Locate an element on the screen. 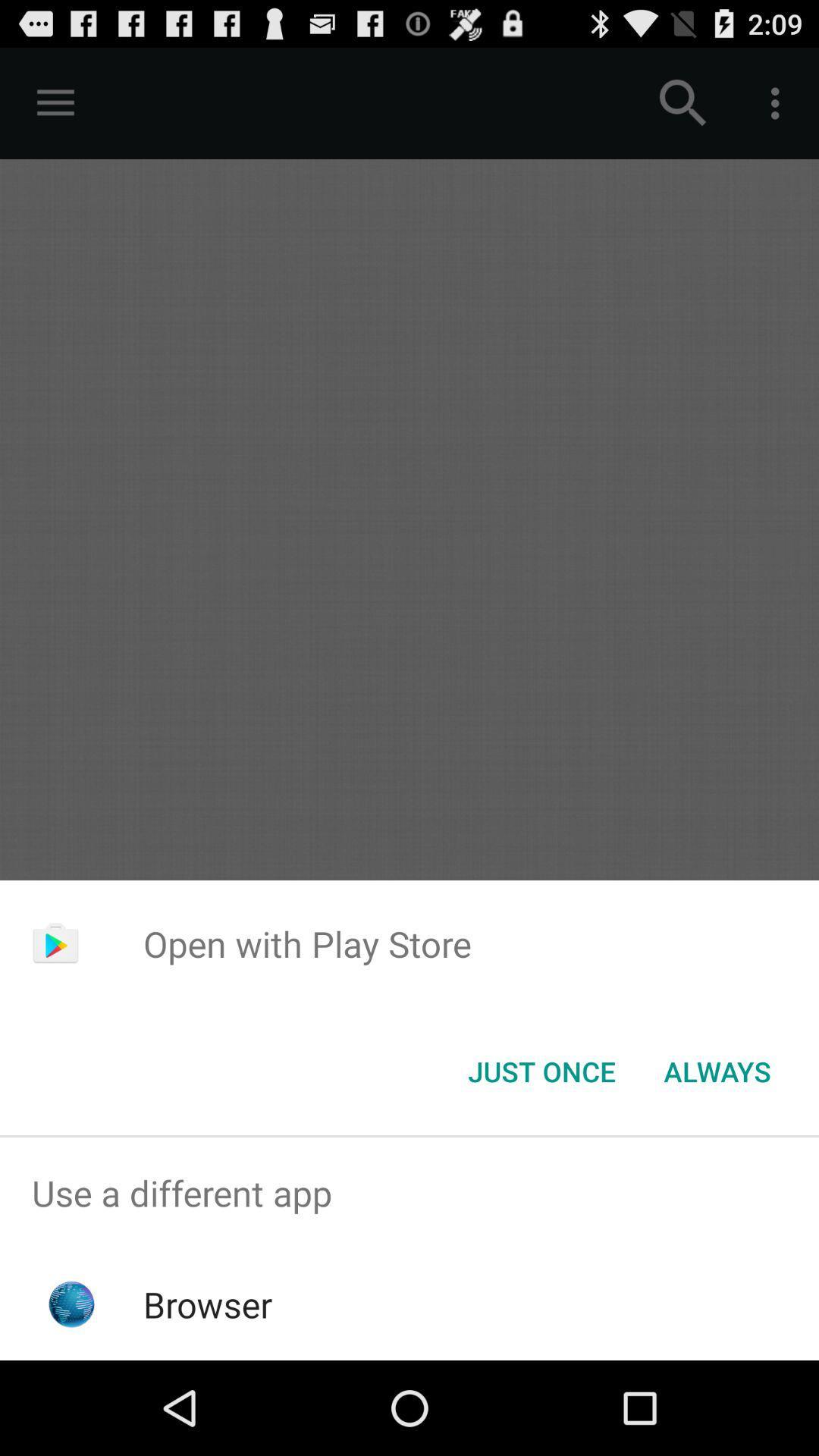 The image size is (819, 1456). browser is located at coordinates (208, 1304).